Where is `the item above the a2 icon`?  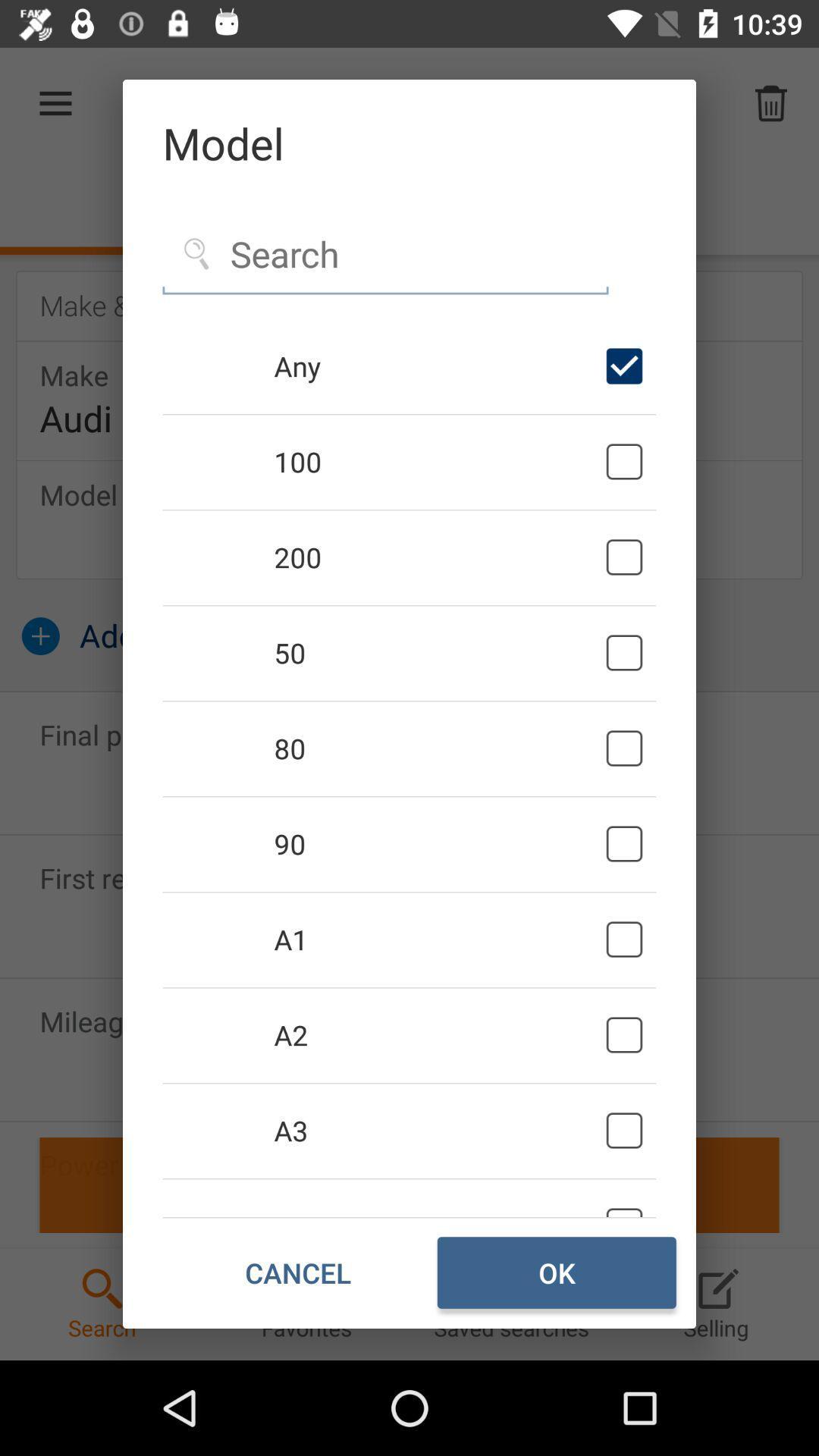
the item above the a2 icon is located at coordinates (437, 938).